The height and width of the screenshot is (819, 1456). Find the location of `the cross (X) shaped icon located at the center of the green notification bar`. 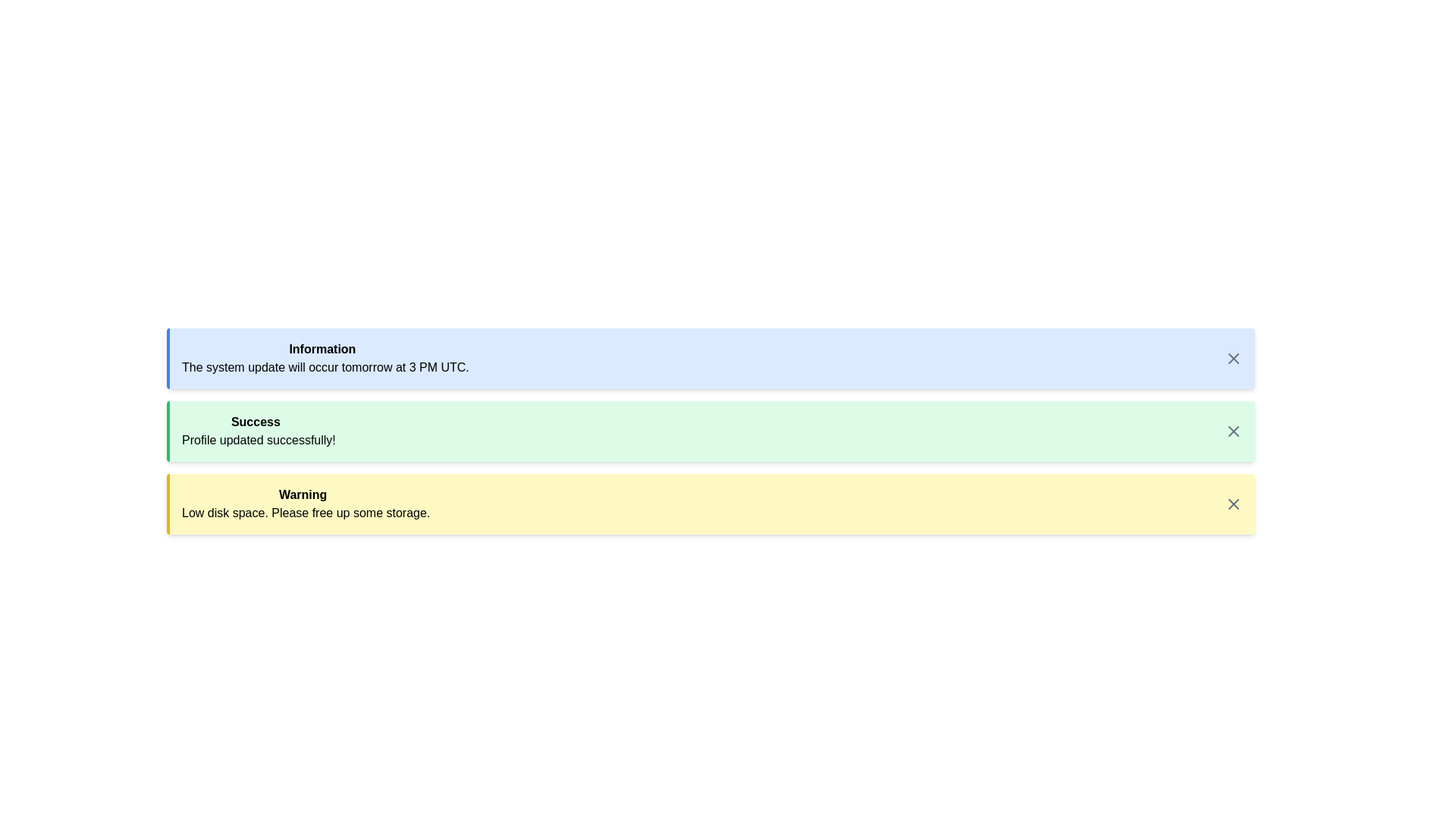

the cross (X) shaped icon located at the center of the green notification bar is located at coordinates (1234, 431).